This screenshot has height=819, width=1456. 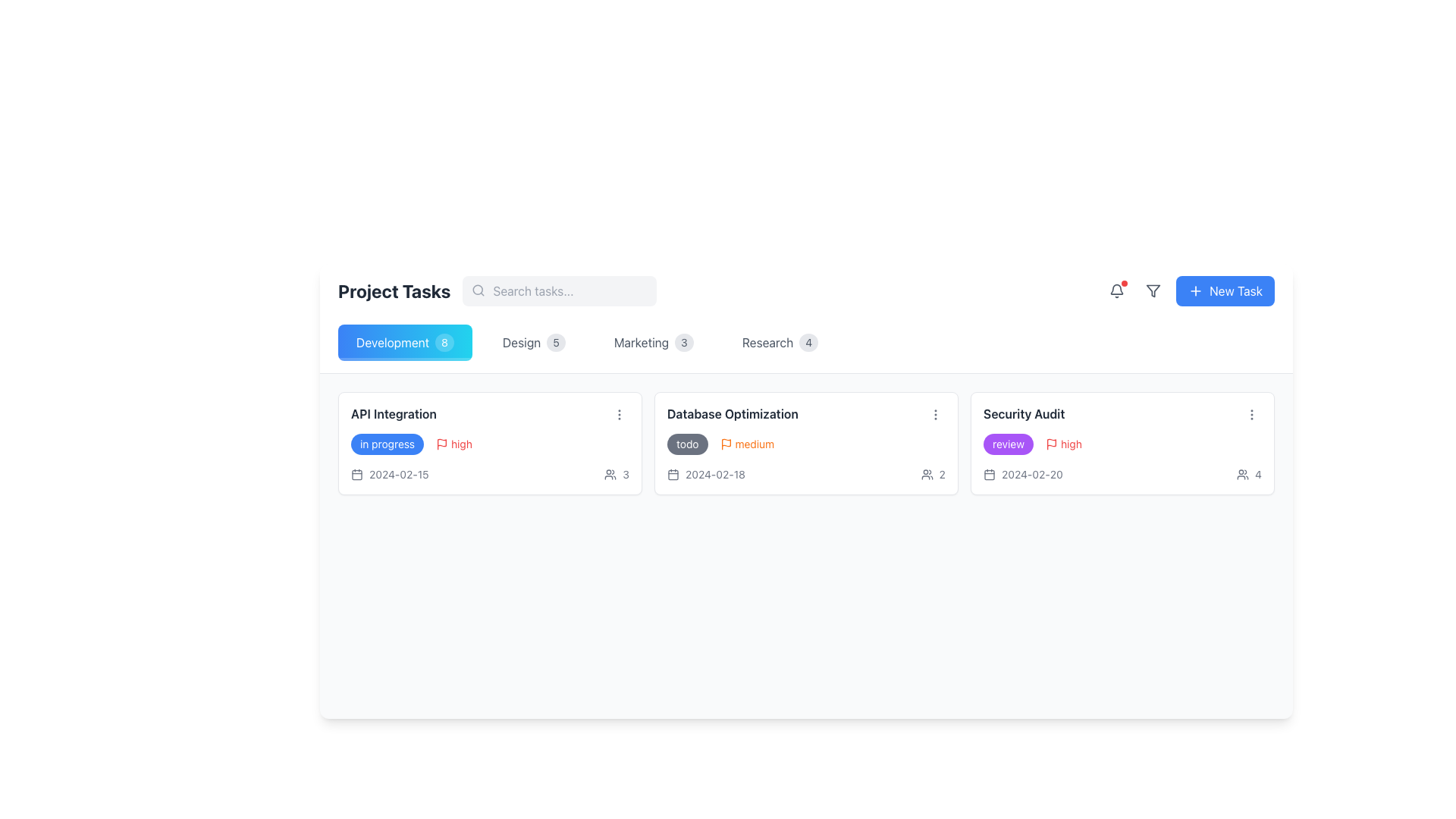 I want to click on value '5' displayed on the badge indicating the number of tasks in the 'Design' category, which is positioned to the right of the 'Design' label in the 'Project Tasks' section, so click(x=555, y=342).